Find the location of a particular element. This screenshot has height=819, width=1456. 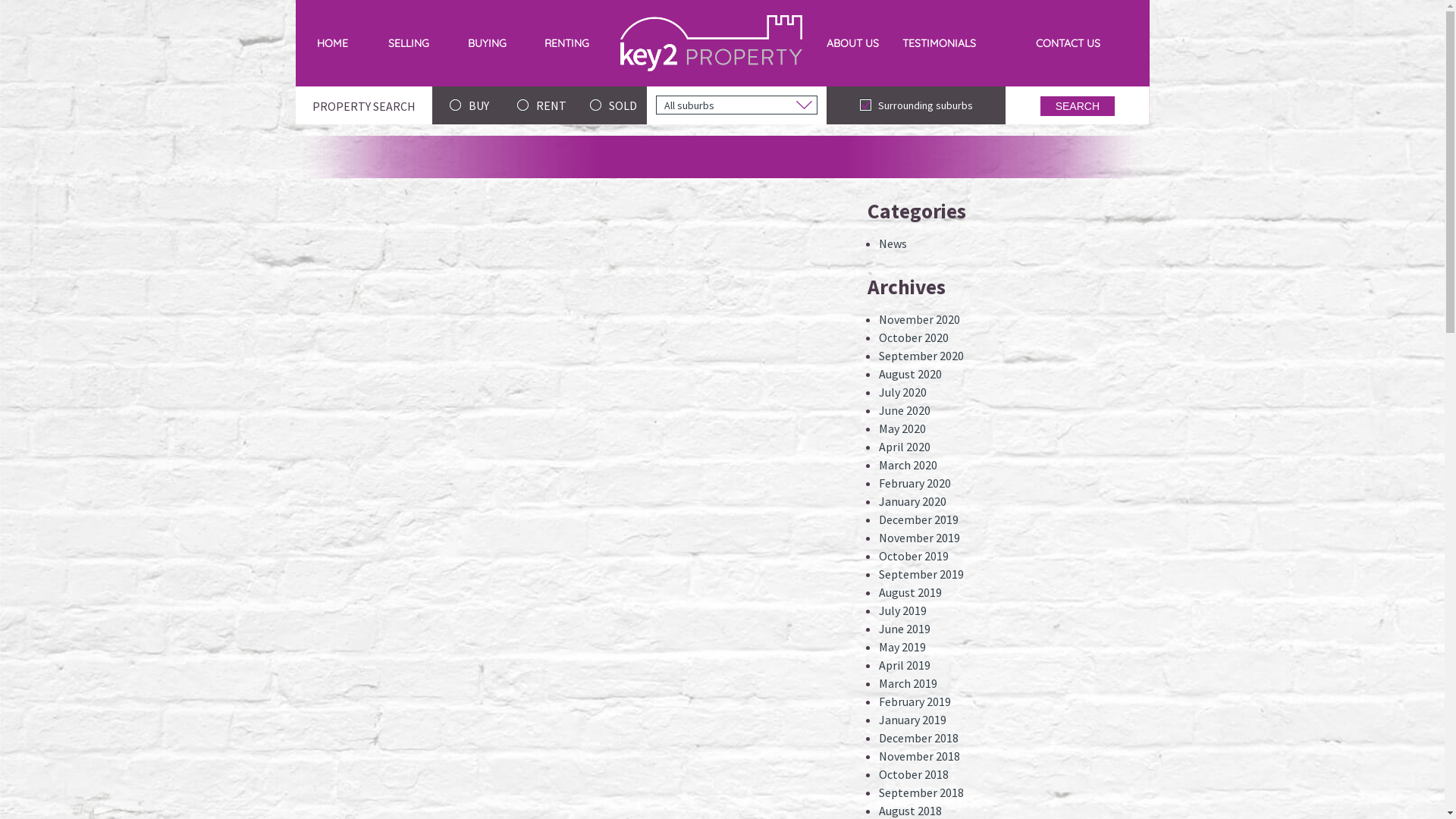

'August 2019' is located at coordinates (910, 591).